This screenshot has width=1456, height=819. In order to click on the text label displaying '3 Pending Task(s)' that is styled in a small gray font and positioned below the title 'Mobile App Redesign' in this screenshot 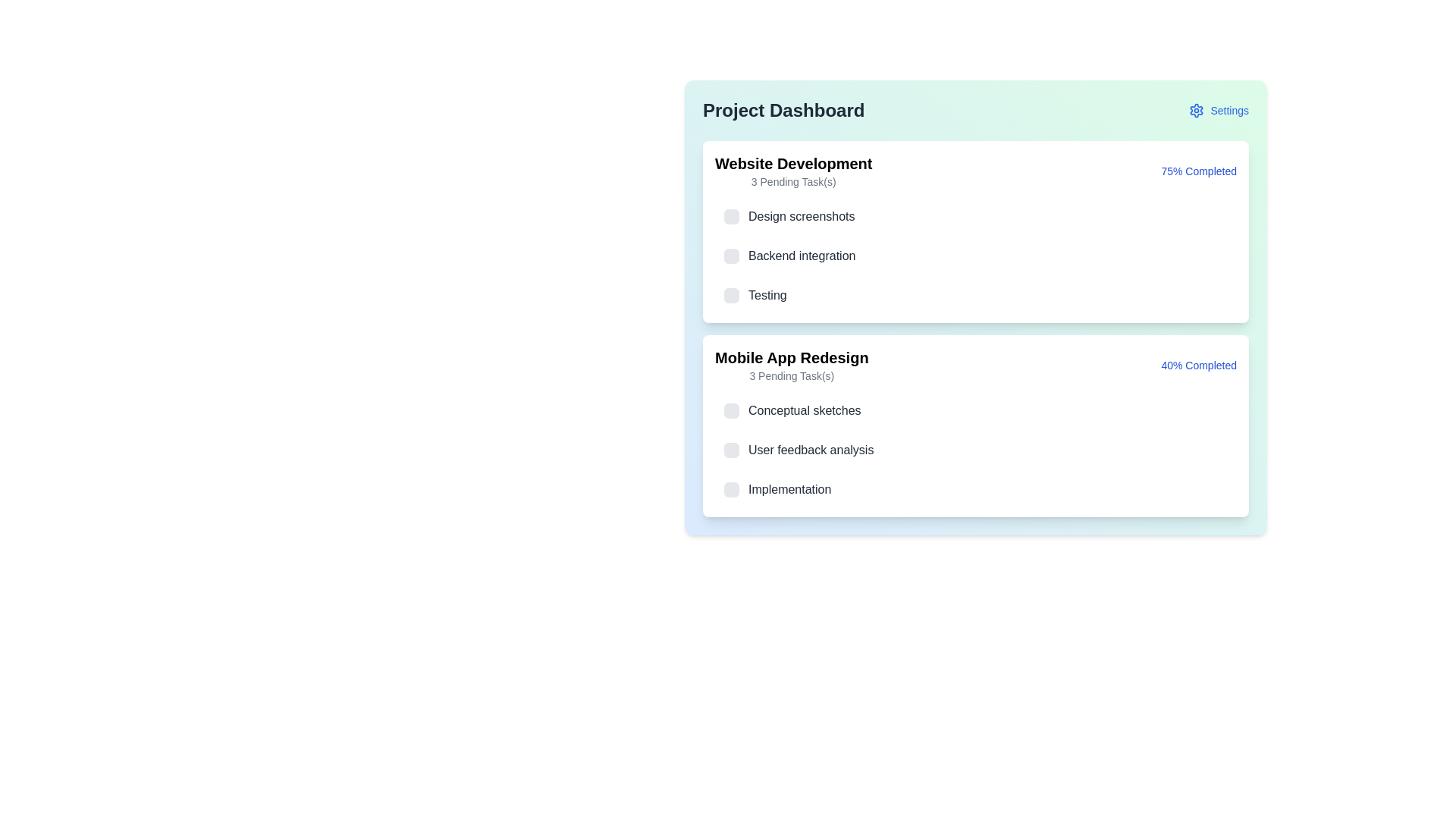, I will do `click(791, 375)`.